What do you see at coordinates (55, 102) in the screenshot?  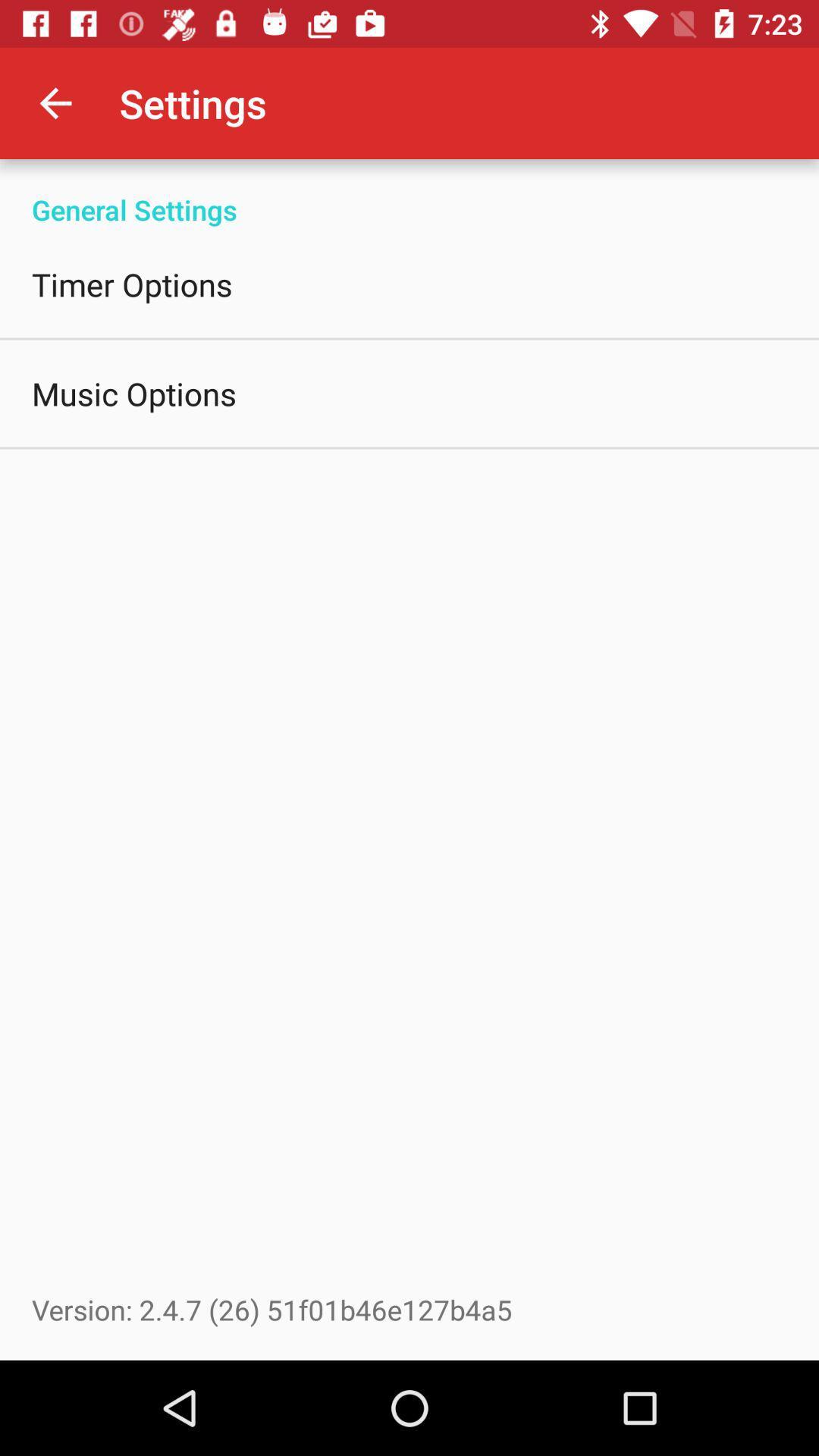 I see `item above general settings` at bounding box center [55, 102].